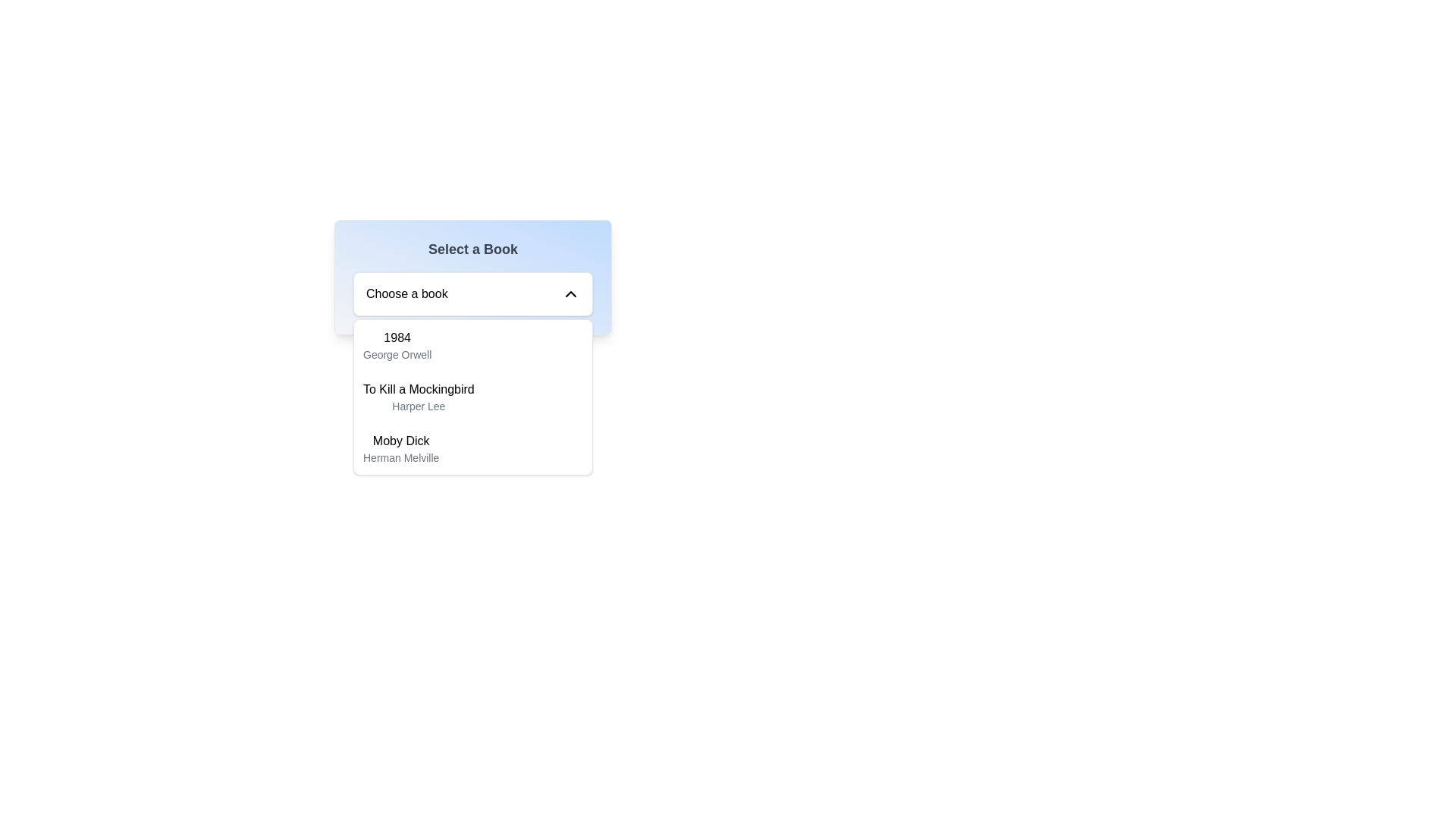 The height and width of the screenshot is (819, 1456). I want to click on the first selectable option in the dropdown menu that displays the title '1984' and the author 'George Orwell', so click(397, 345).